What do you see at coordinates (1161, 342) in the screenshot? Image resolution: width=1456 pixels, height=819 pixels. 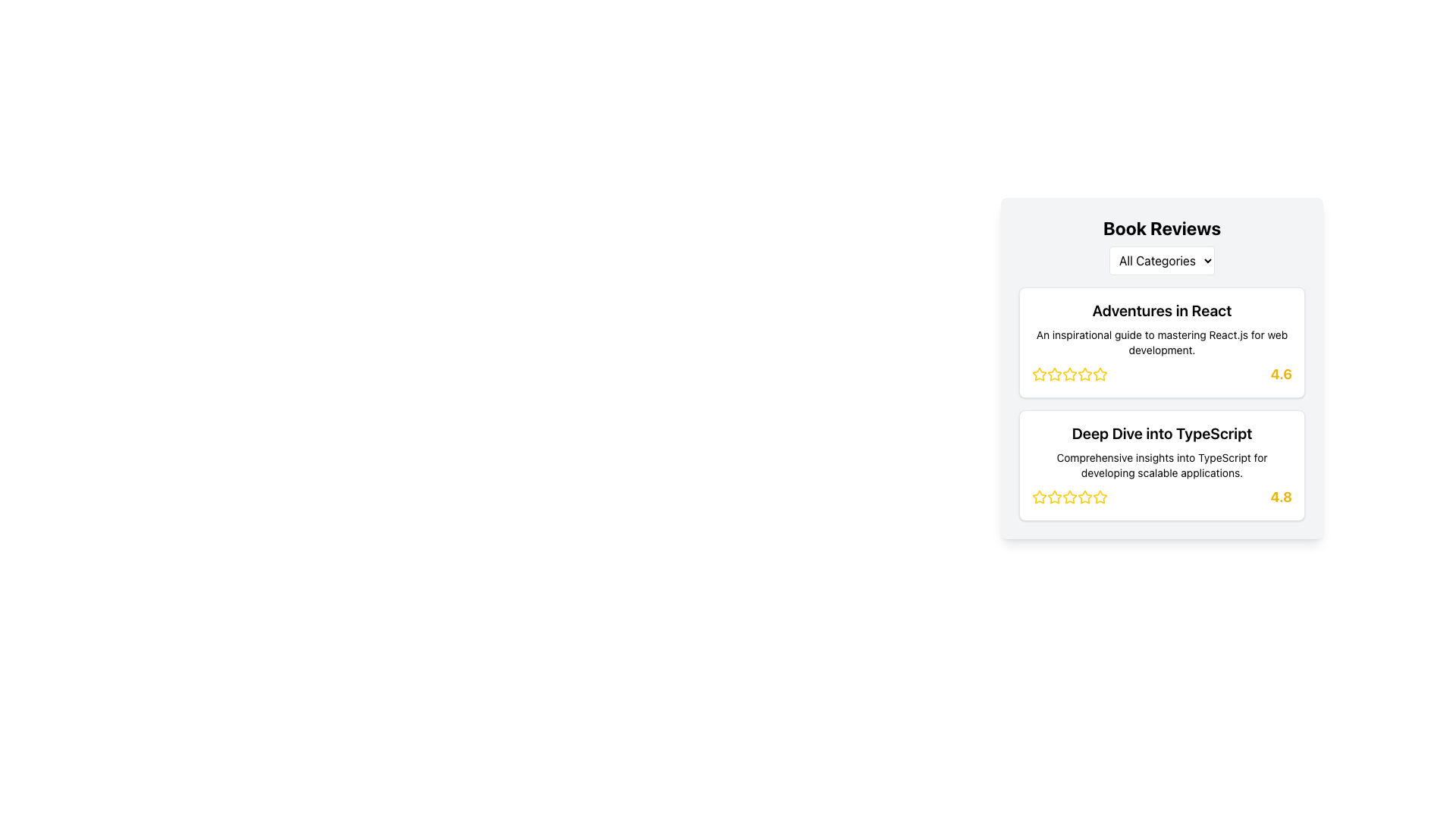 I see `text element that contains 'An inspirational guide to mastering React.js for web development.' located below the title 'Adventures in React.'` at bounding box center [1161, 342].